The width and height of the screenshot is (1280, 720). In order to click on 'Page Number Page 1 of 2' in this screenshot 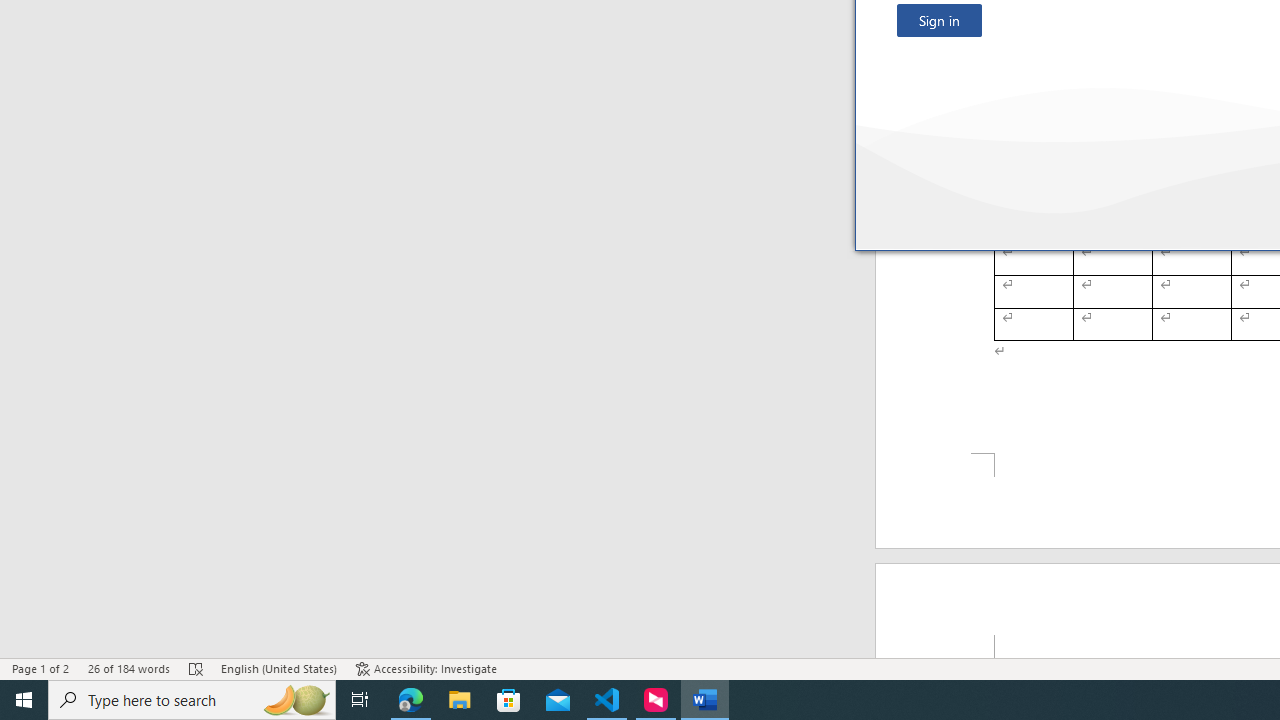, I will do `click(40, 669)`.